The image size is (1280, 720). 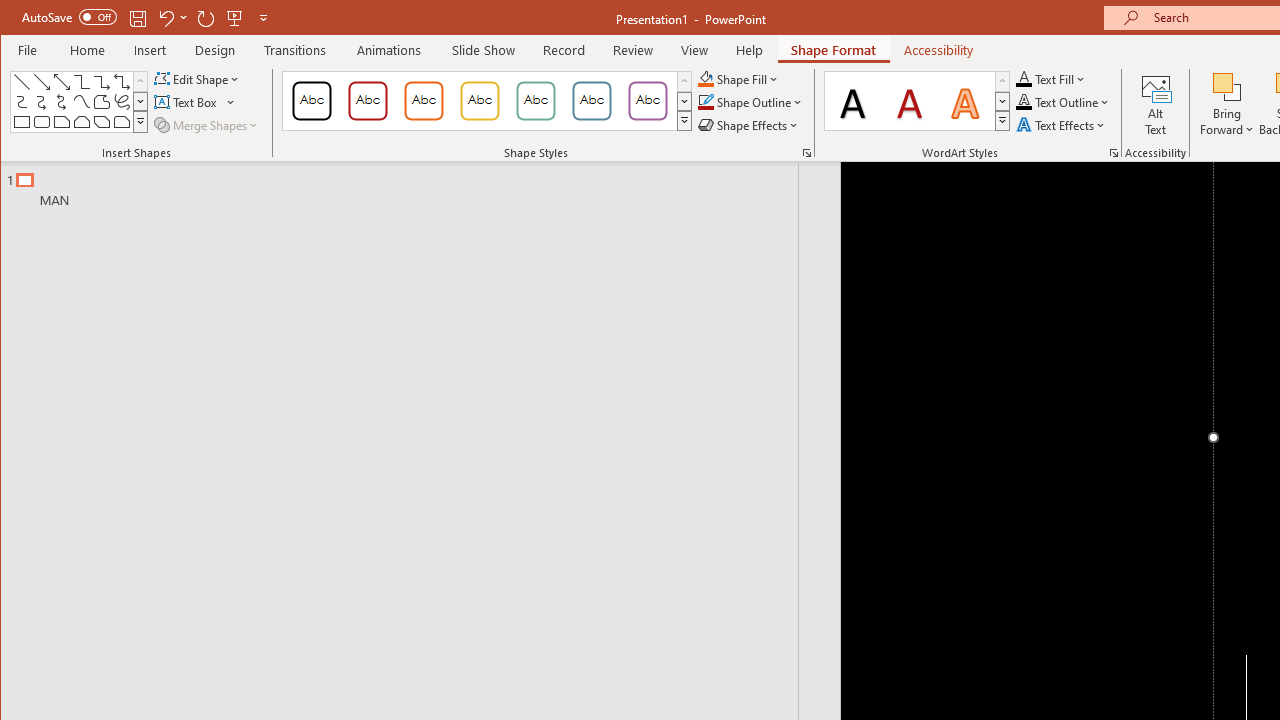 I want to click on 'Fill: Black, Text color 1; Shadow', so click(x=853, y=100).